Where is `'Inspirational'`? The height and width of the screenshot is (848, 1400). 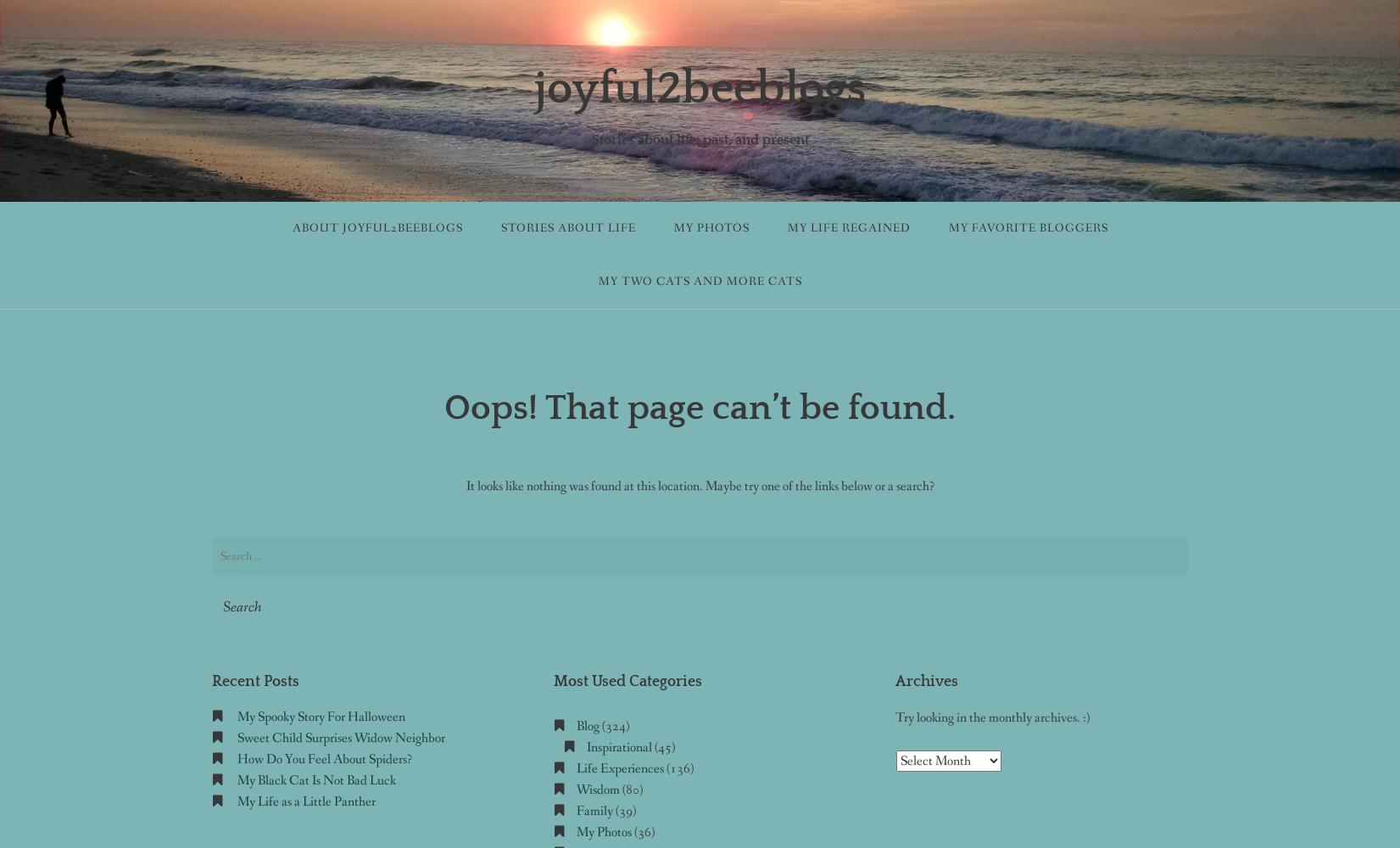 'Inspirational' is located at coordinates (618, 747).